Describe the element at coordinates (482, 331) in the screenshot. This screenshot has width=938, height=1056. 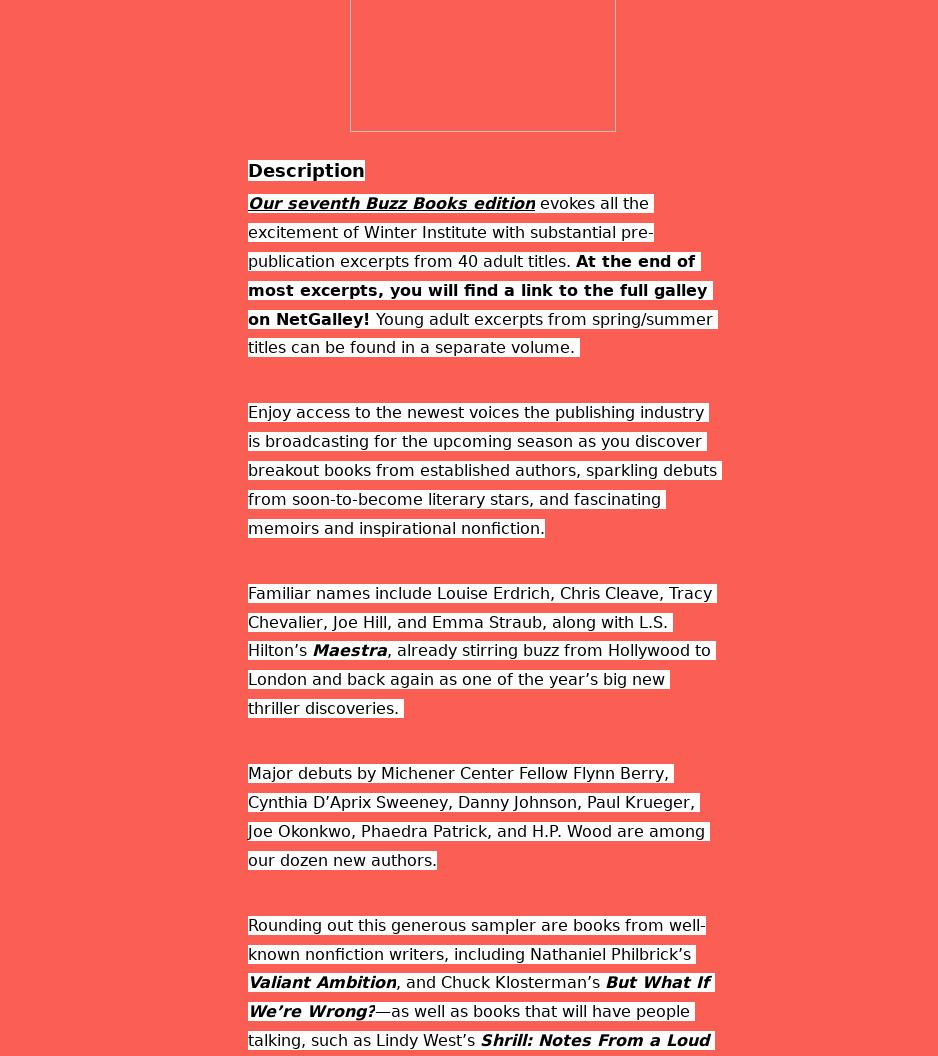
I see `'Young adult excerpts from spring/summer titles can be found in a separate volume.'` at that location.